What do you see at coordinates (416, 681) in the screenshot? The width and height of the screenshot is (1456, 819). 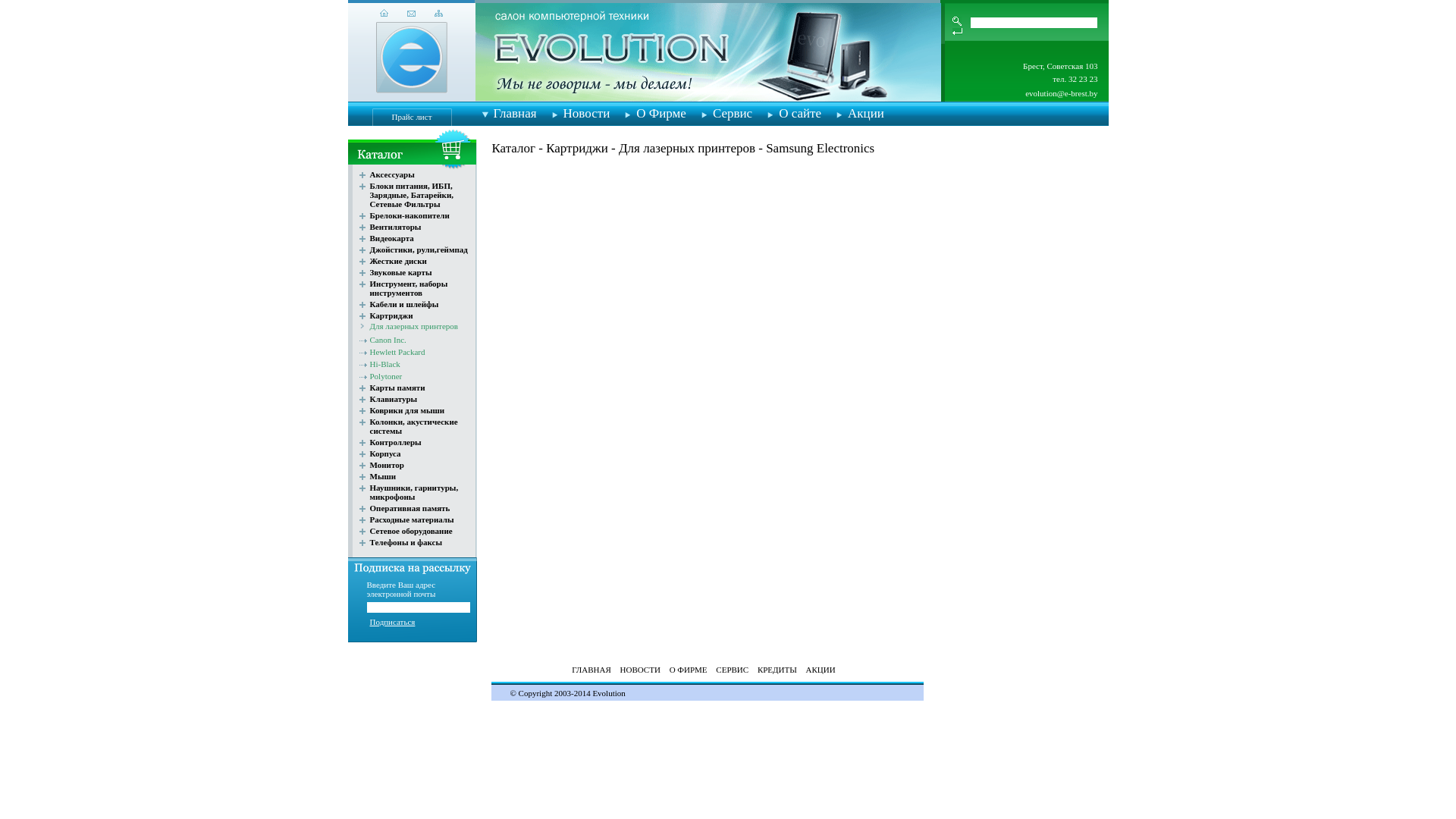 I see `'LiveInternet'` at bounding box center [416, 681].